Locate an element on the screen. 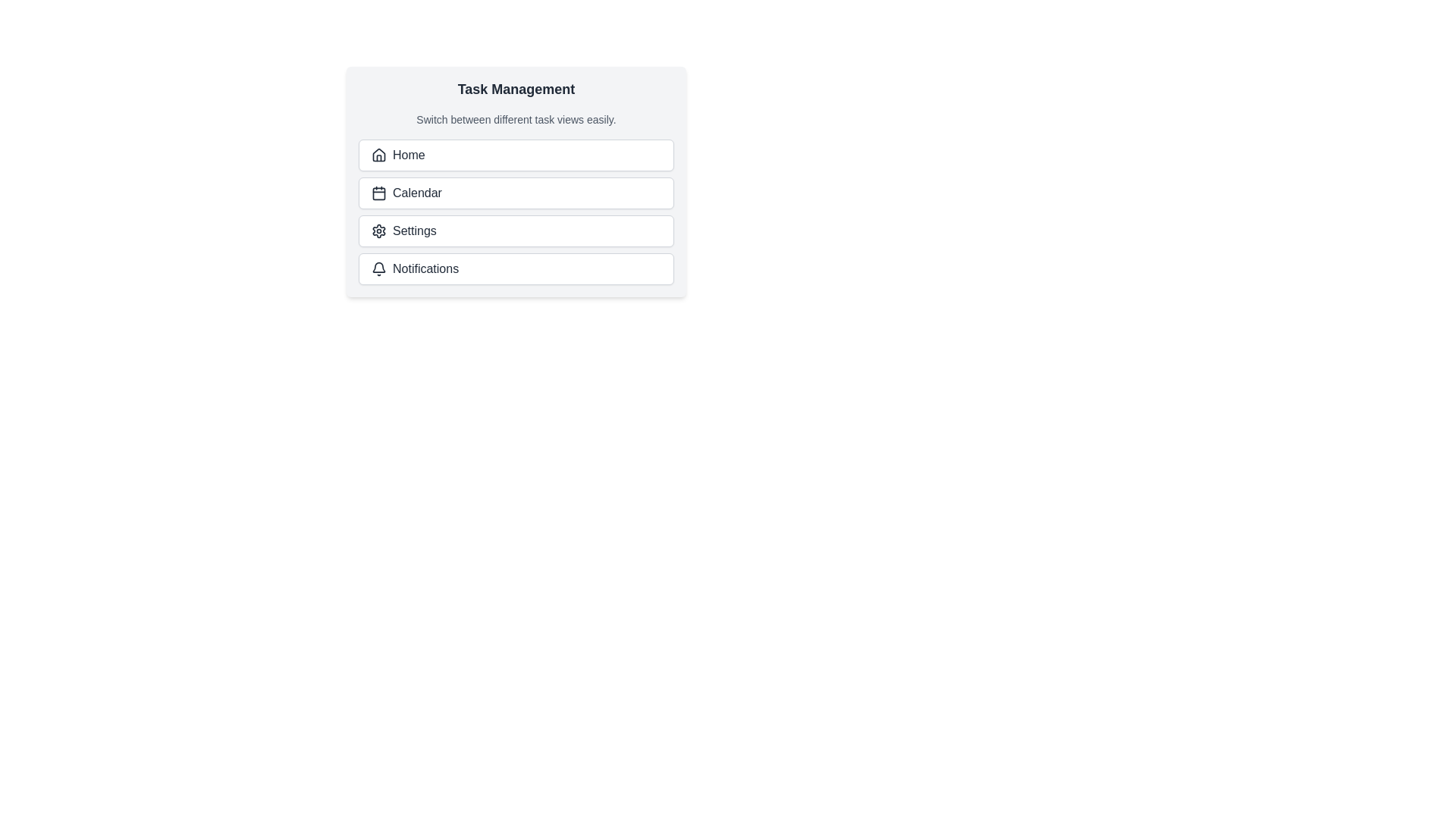  the calendar navigation button is located at coordinates (516, 180).